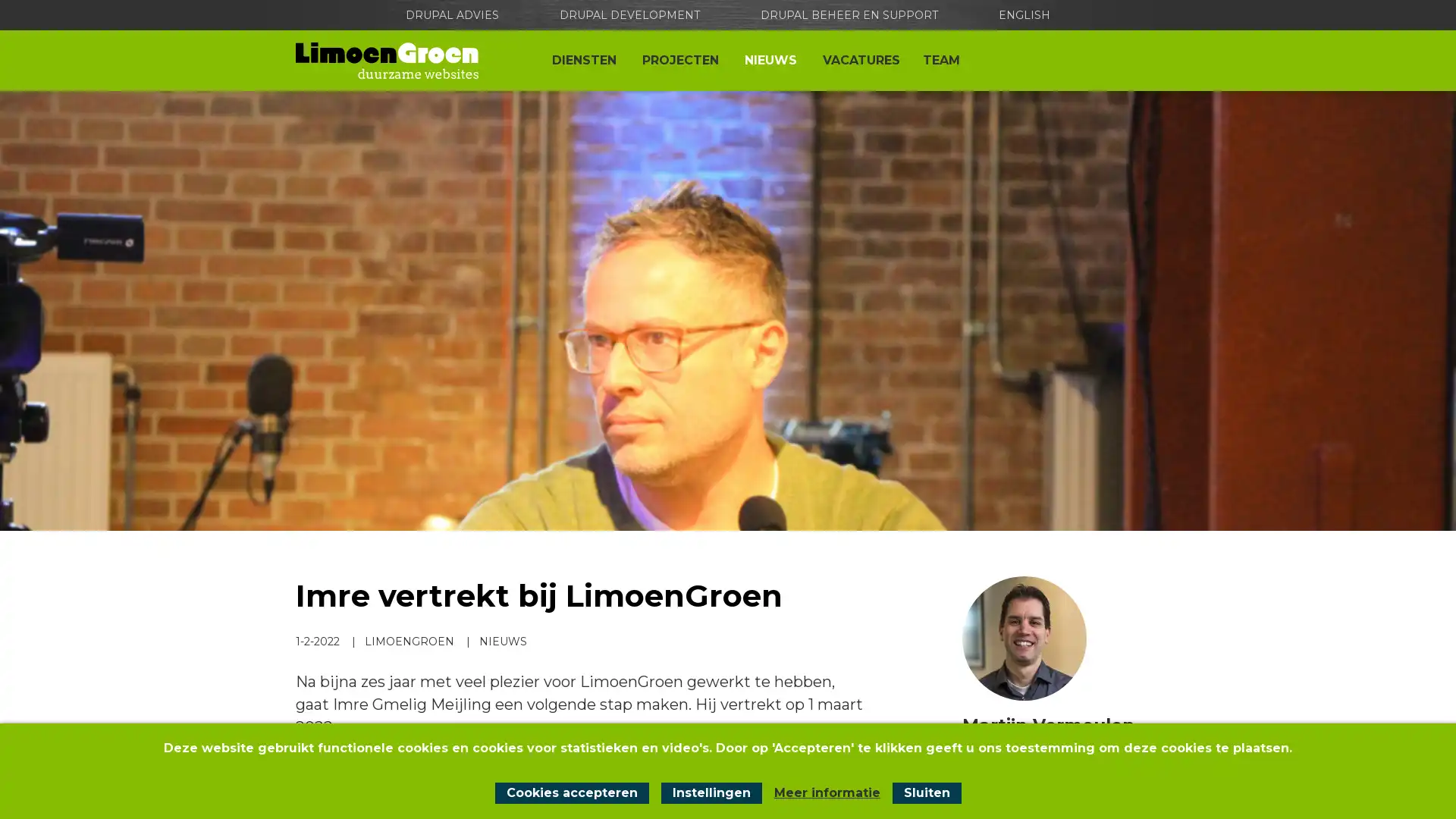  I want to click on Sluit cookiemelding, so click(925, 792).